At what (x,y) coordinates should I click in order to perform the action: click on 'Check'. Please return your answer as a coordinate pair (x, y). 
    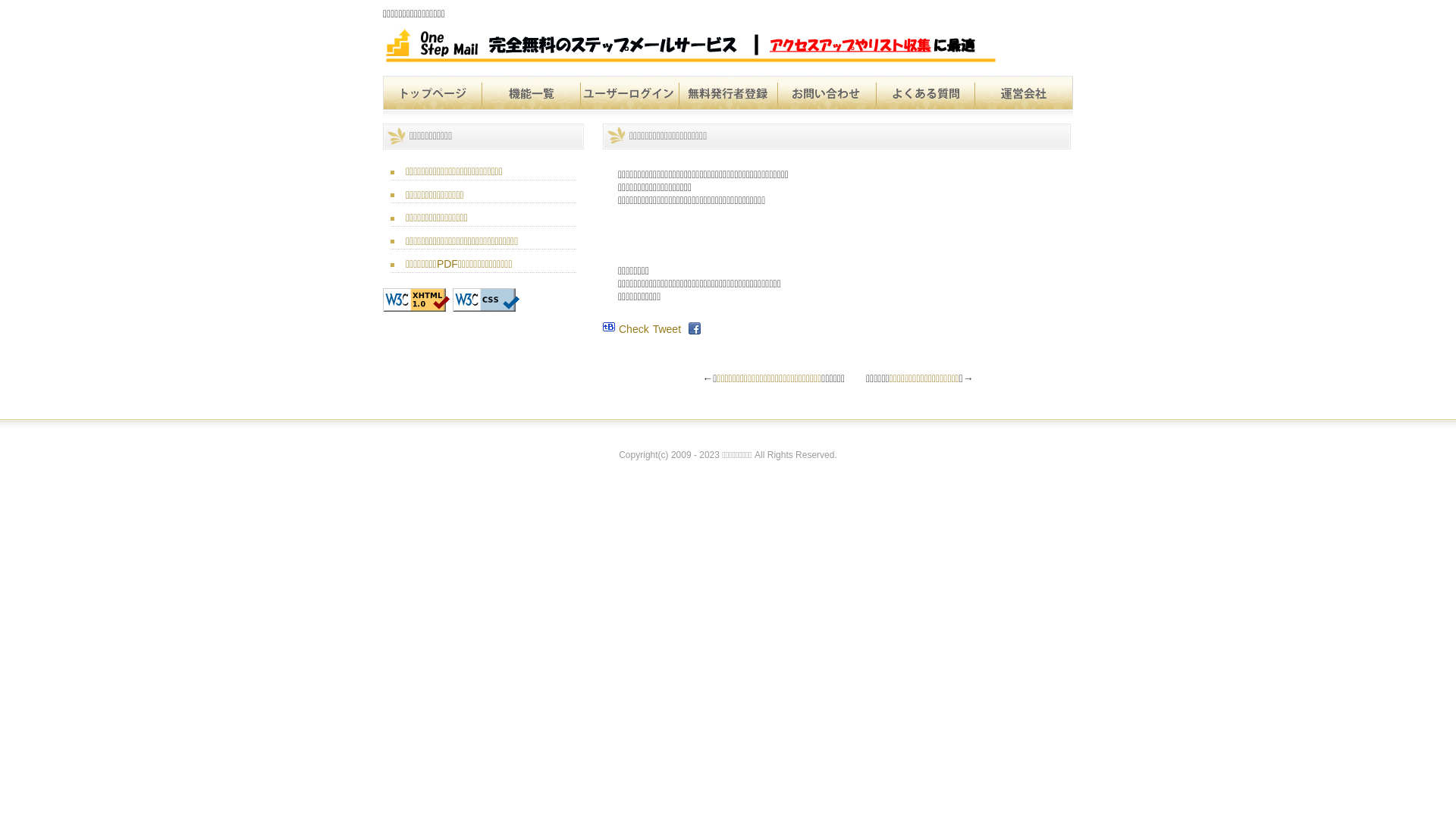
    Looking at the image, I should click on (633, 328).